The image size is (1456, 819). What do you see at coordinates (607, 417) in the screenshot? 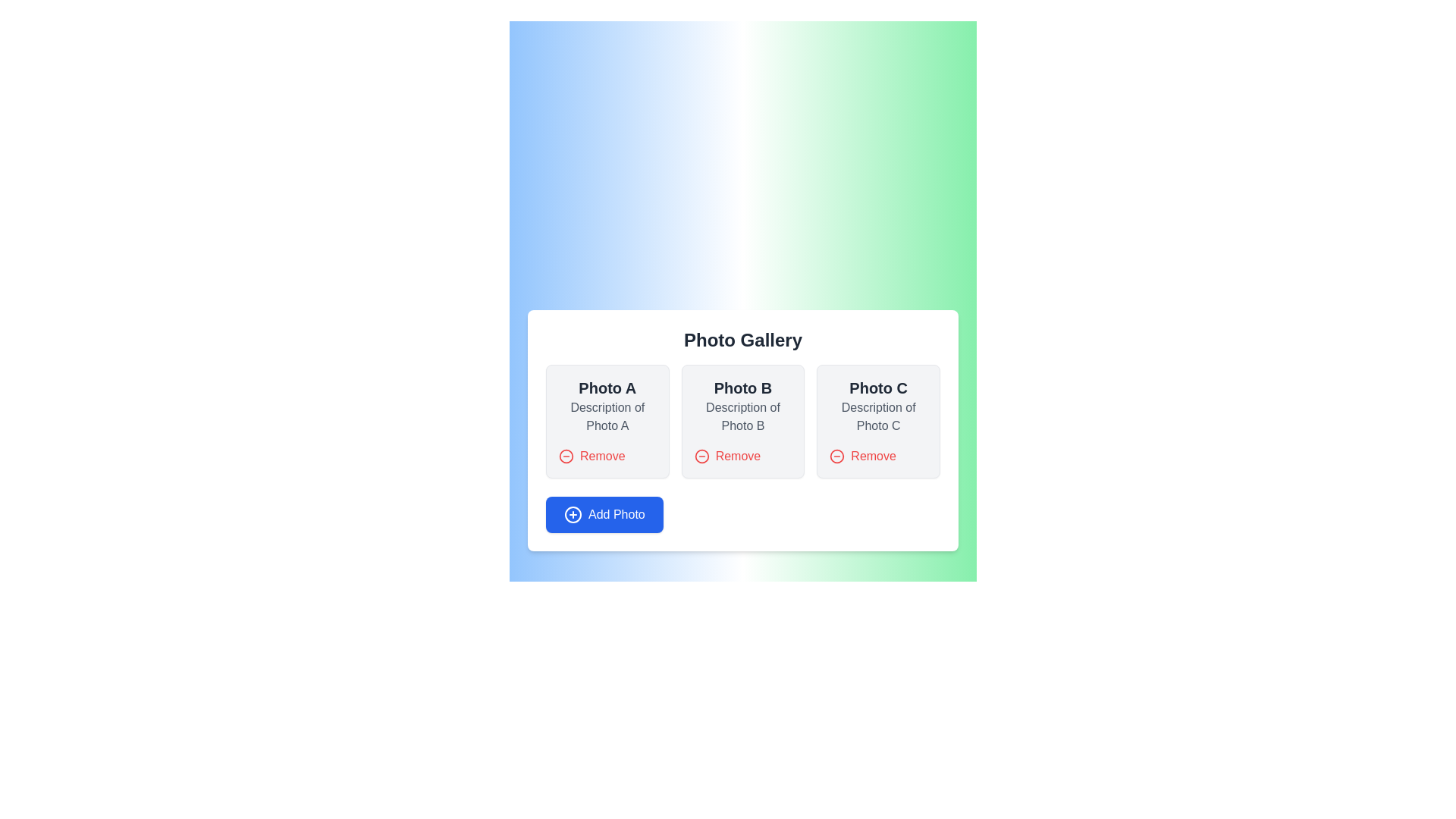
I see `the descriptive text block for 'Photo A', which is located directly below its title and above the 'Remove' button` at bounding box center [607, 417].